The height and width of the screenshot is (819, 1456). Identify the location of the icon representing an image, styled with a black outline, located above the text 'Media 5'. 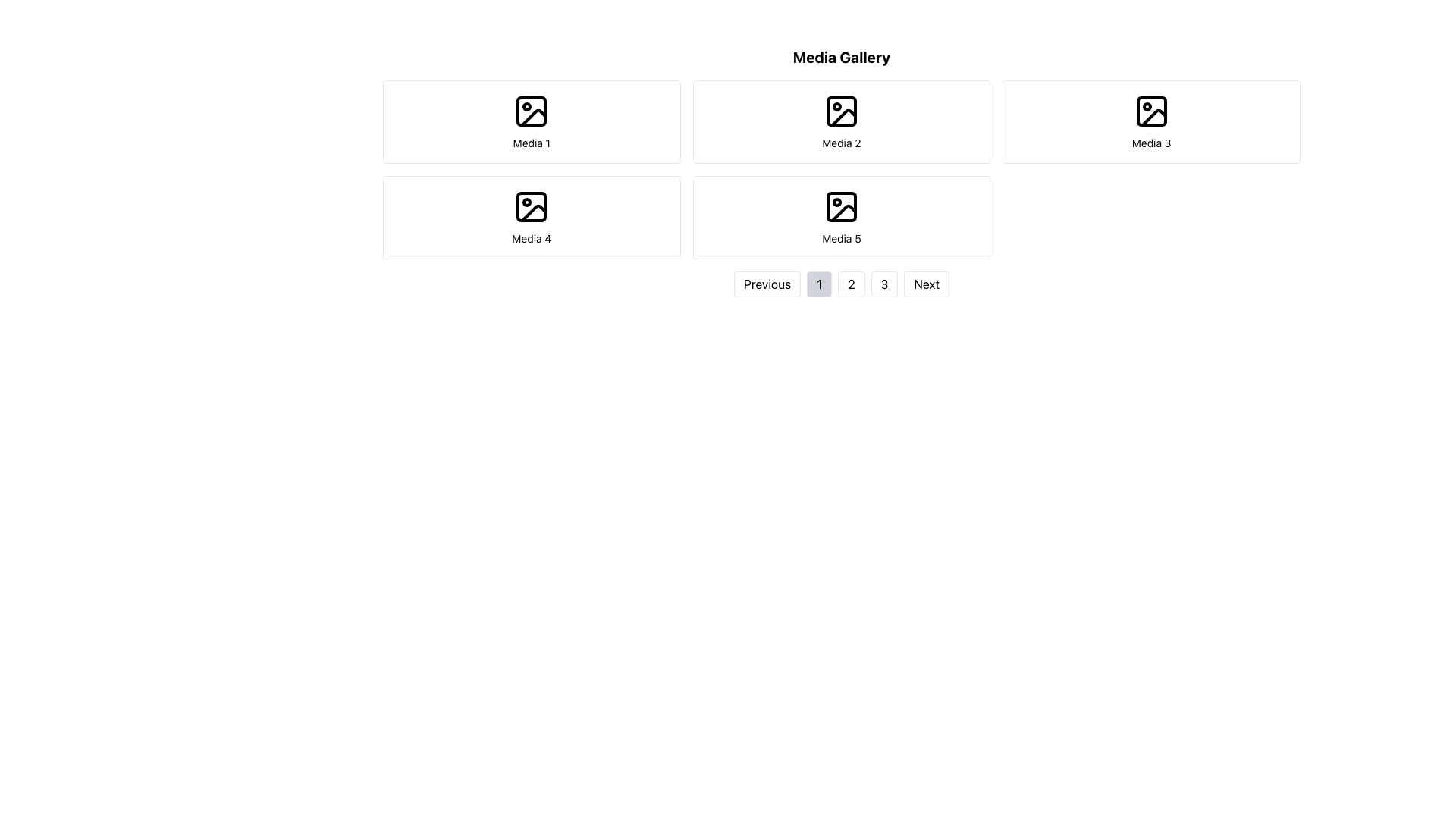
(839, 207).